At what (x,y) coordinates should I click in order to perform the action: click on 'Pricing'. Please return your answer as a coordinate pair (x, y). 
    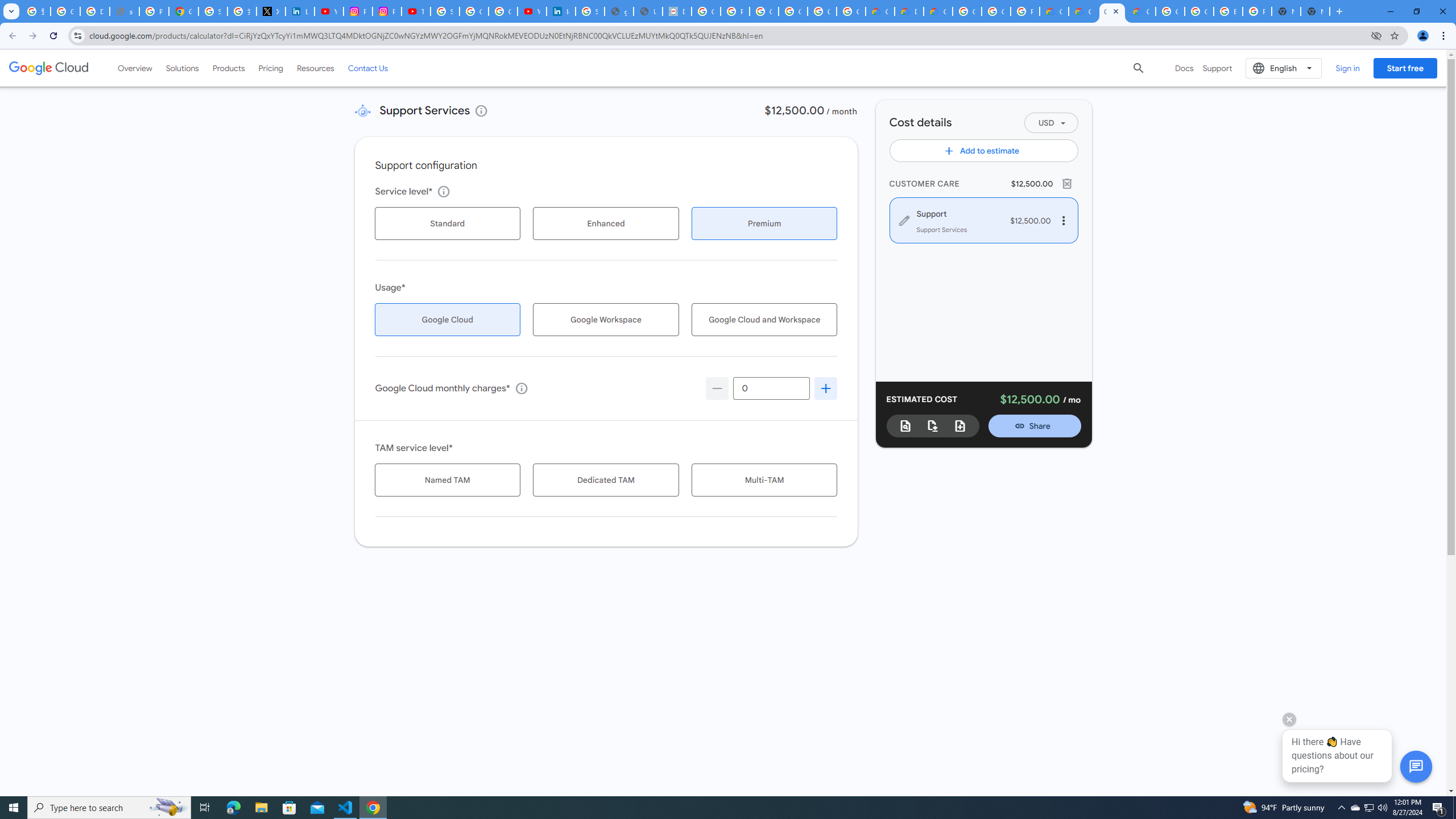
    Looking at the image, I should click on (271, 67).